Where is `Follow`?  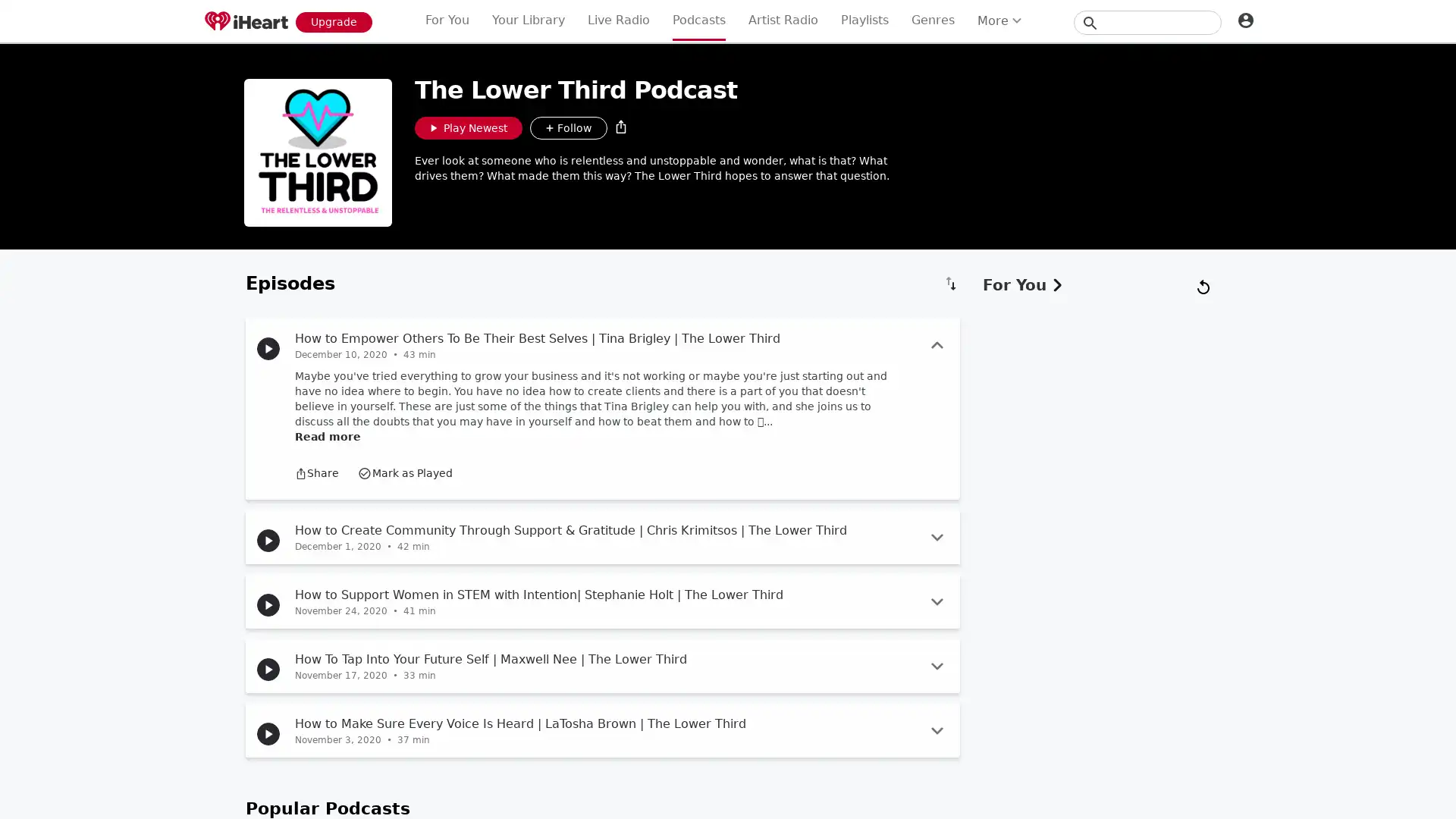
Follow is located at coordinates (567, 127).